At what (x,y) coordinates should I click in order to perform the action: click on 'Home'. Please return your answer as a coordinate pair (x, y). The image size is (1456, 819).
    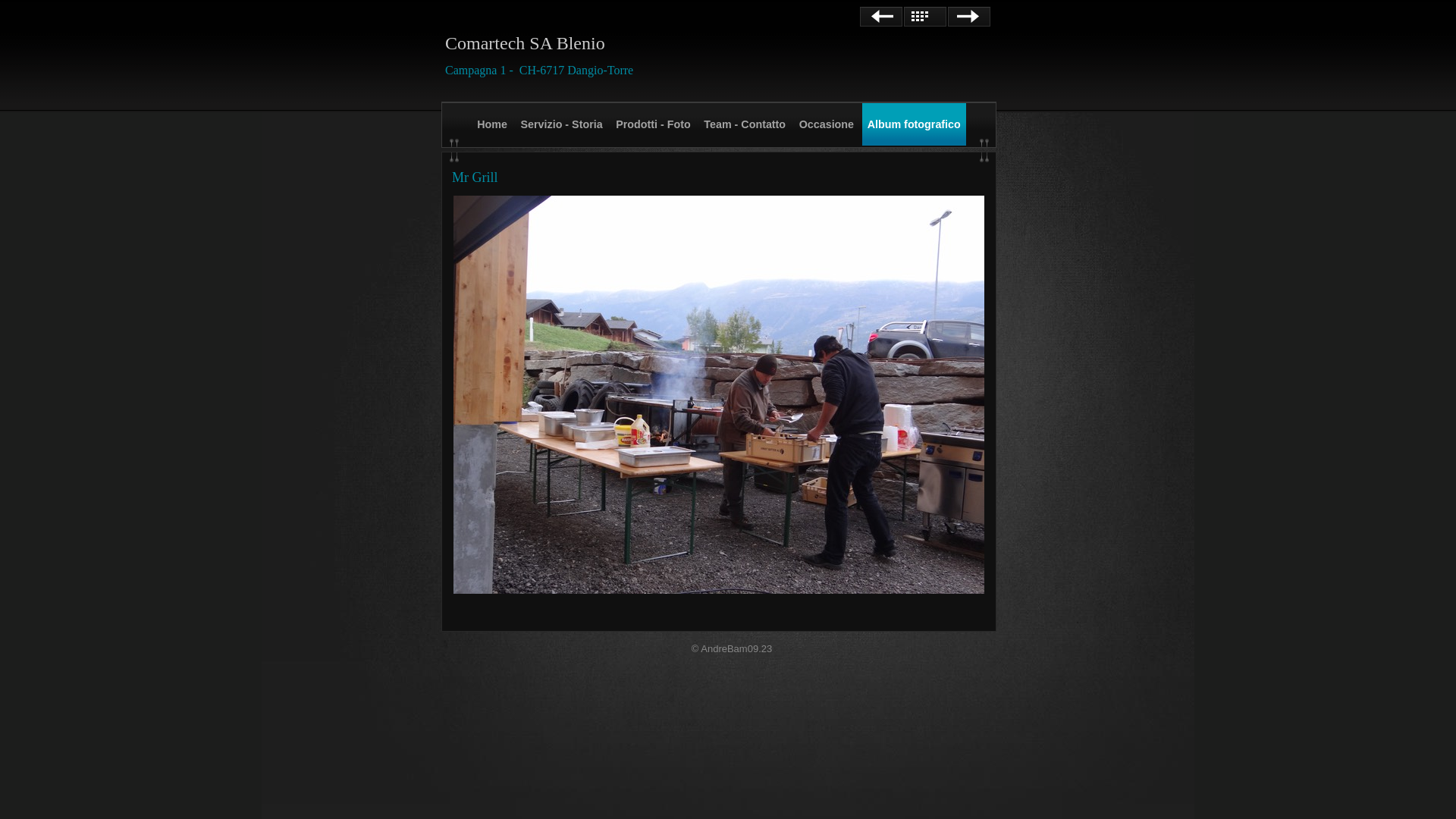
    Looking at the image, I should click on (491, 124).